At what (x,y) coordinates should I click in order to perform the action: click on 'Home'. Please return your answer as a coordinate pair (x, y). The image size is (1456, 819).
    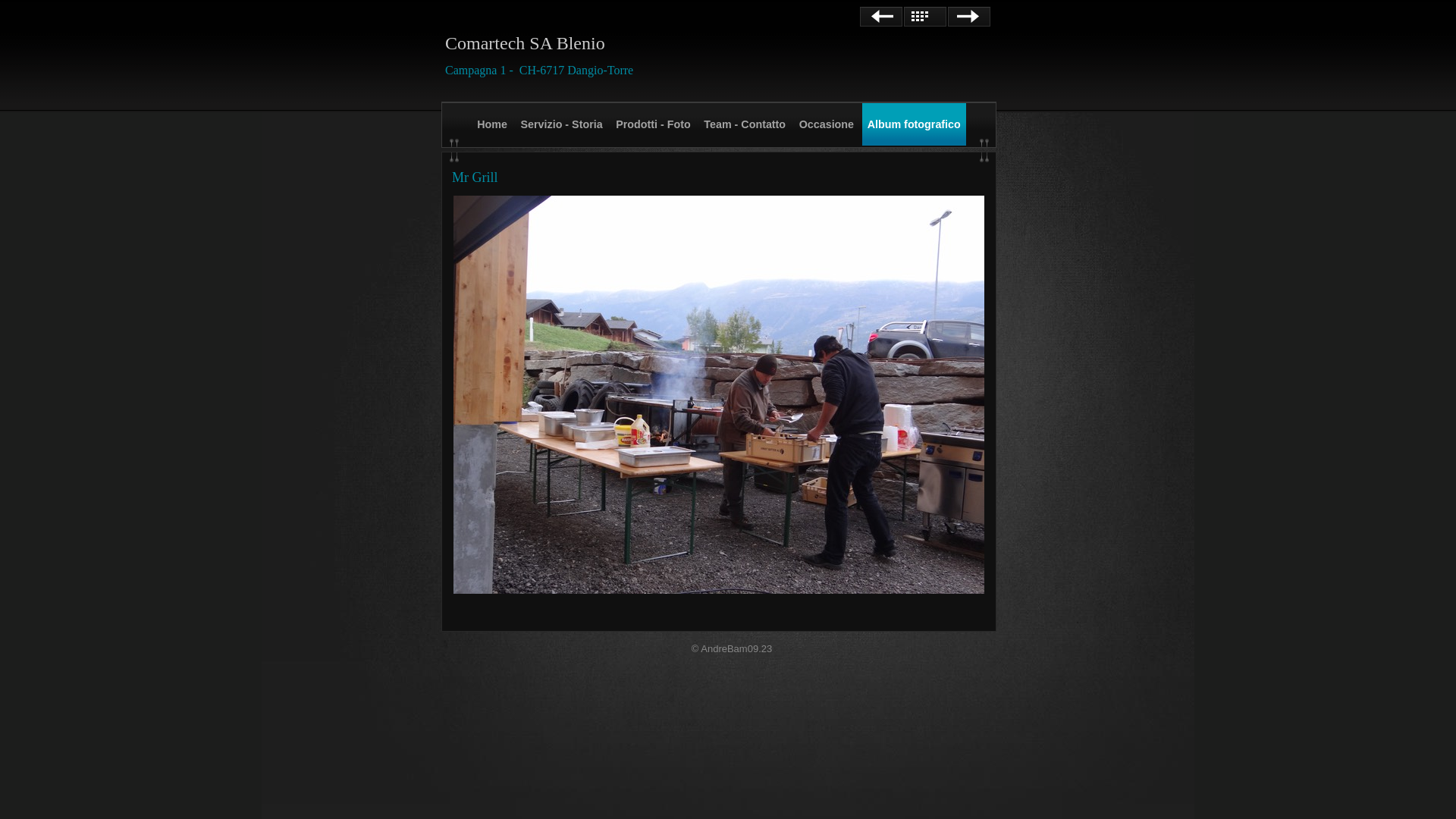
    Looking at the image, I should click on (491, 124).